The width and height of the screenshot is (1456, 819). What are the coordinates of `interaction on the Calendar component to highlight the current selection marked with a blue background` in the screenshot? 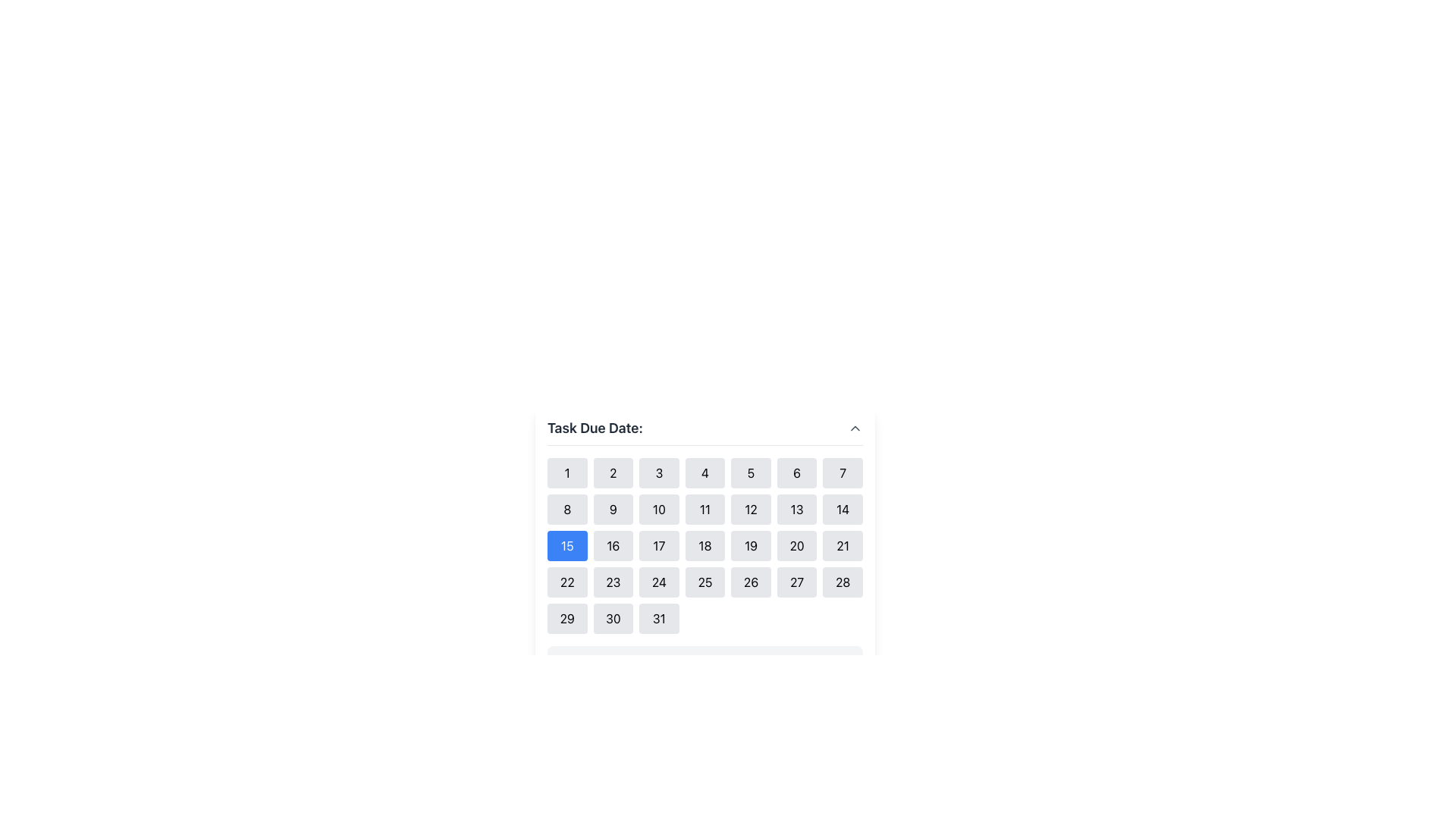 It's located at (830, 520).